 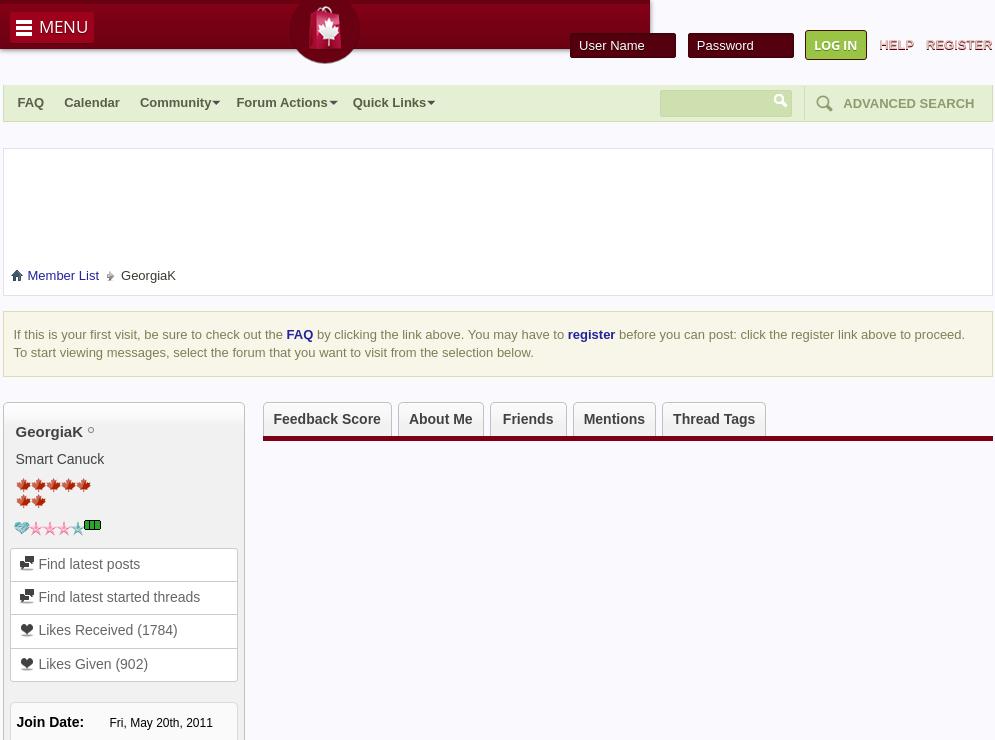 I want to click on 'Forum Actions', so click(x=280, y=102).